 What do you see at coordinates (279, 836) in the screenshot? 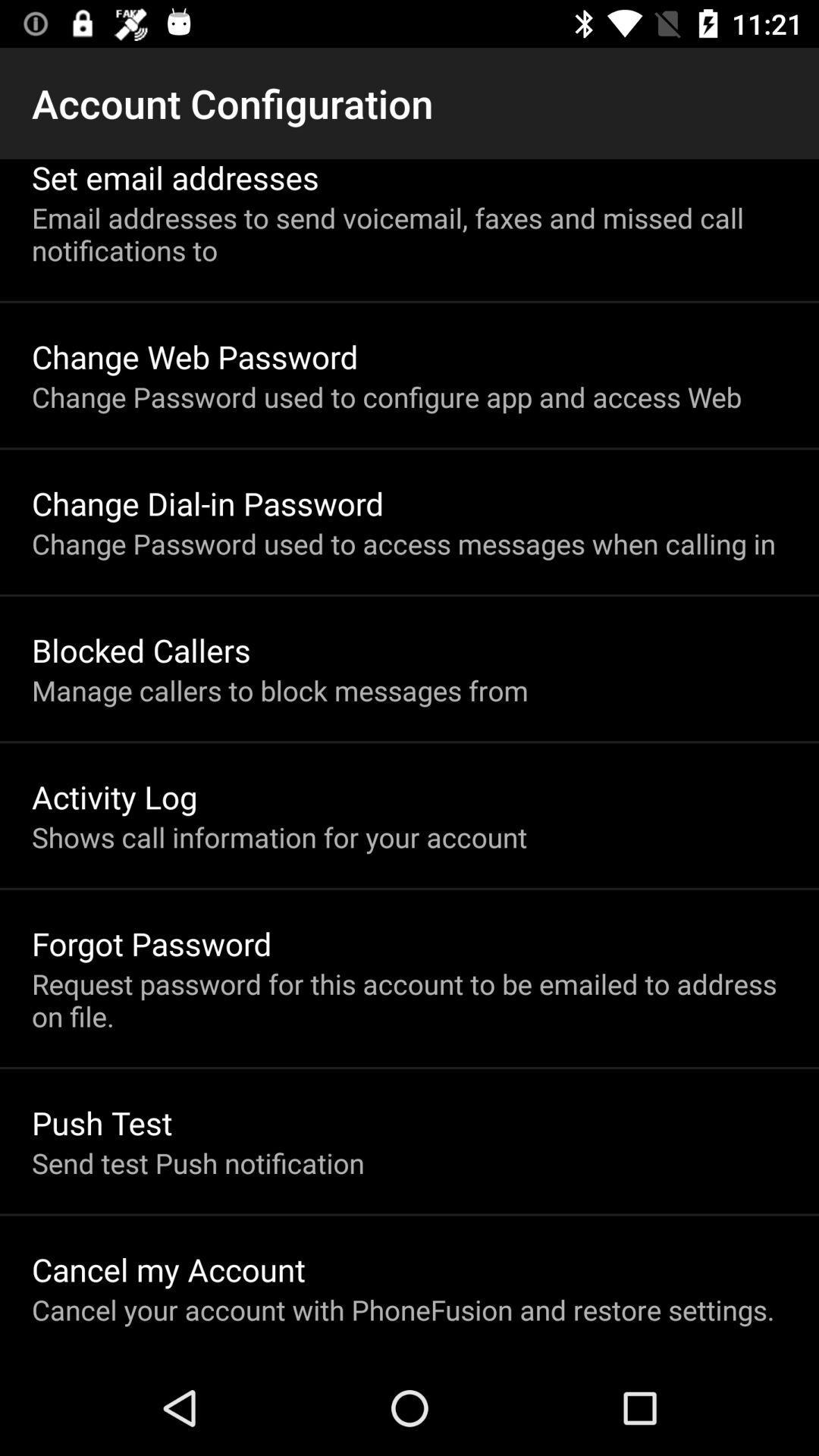
I see `item below activity log icon` at bounding box center [279, 836].